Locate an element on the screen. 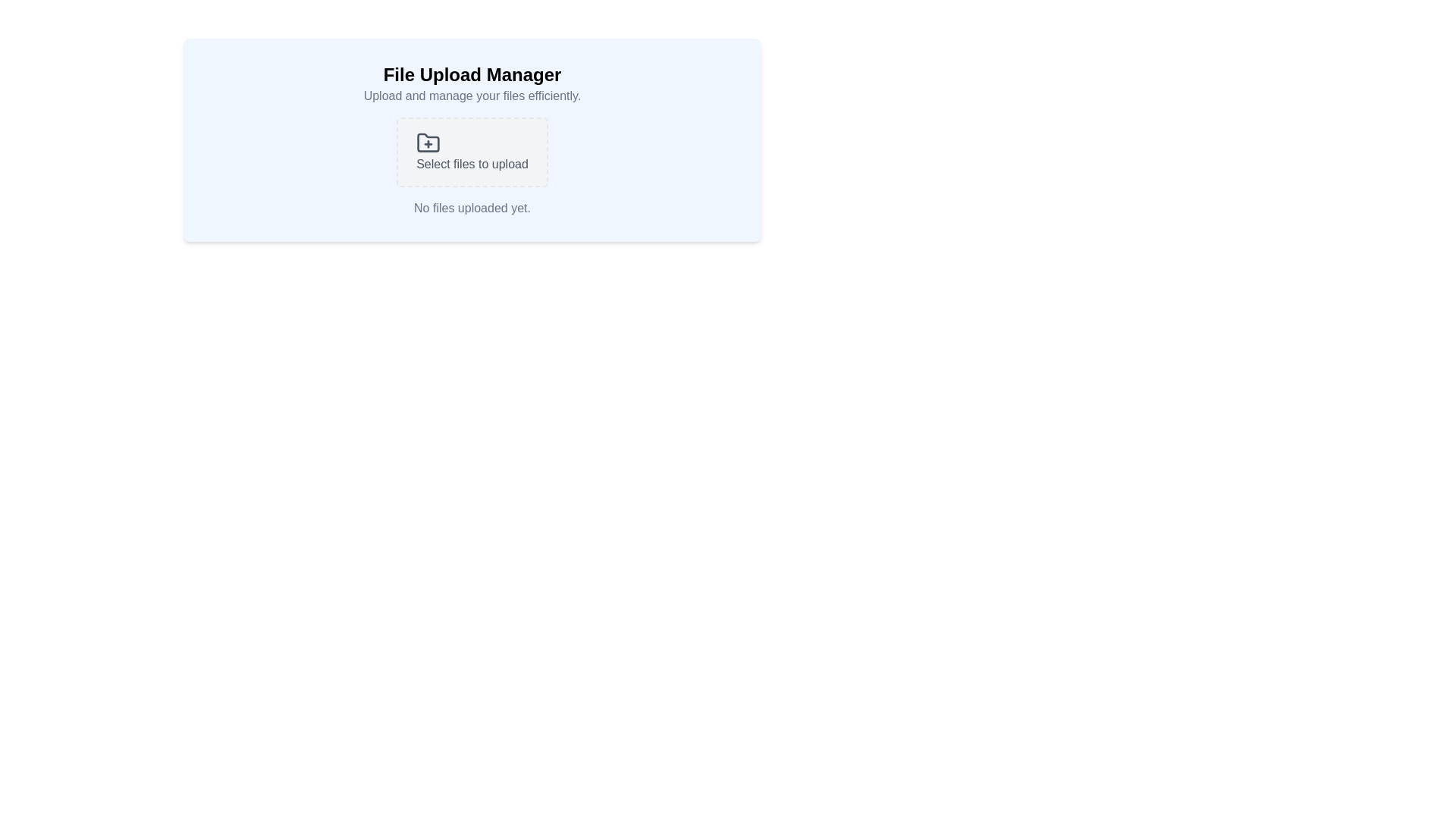  the Interactive panel labeled 'File Upload Manager' is located at coordinates (472, 166).